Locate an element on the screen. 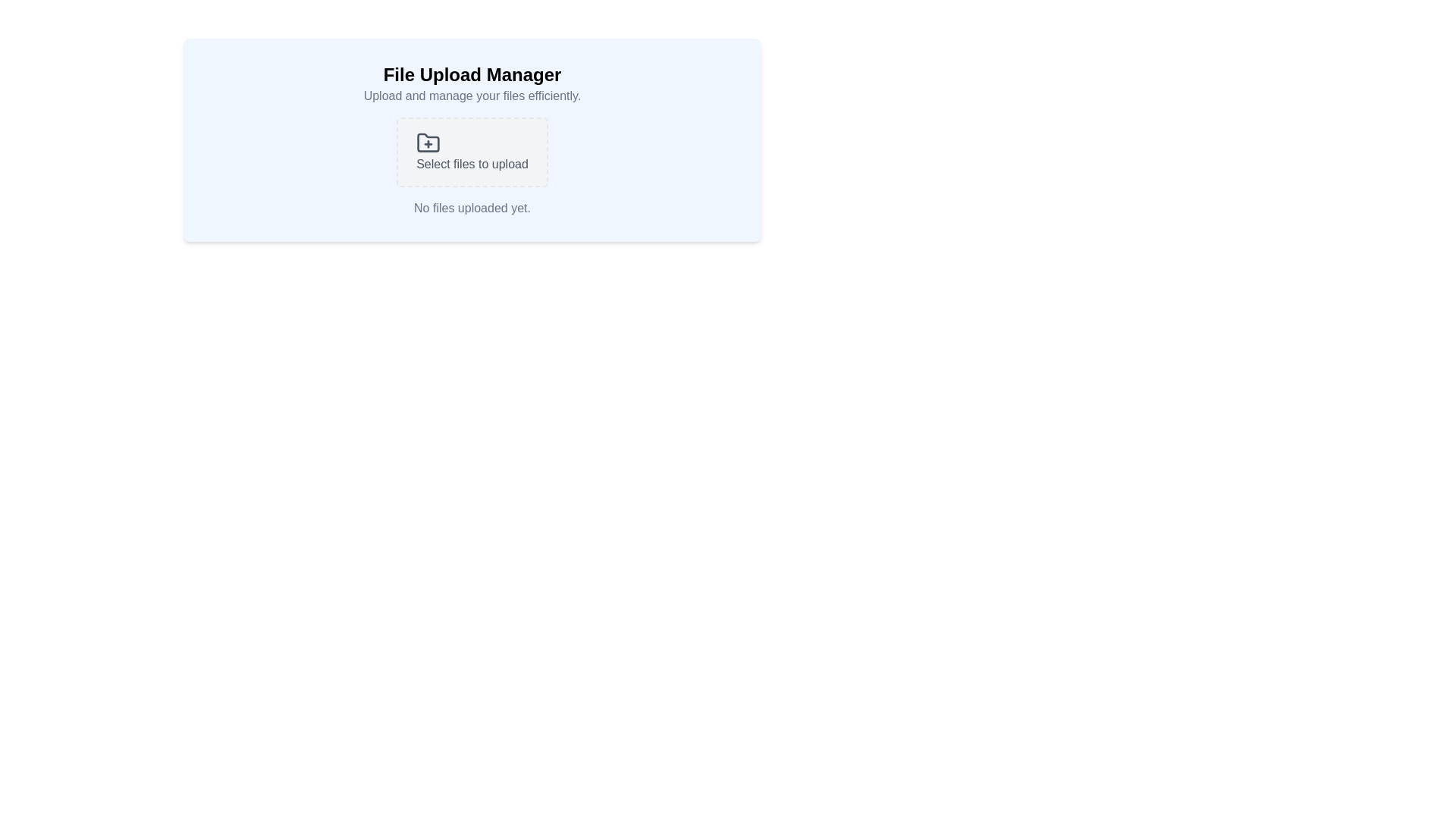  the Interactive panel labeled 'File Upload Manager' is located at coordinates (472, 166).